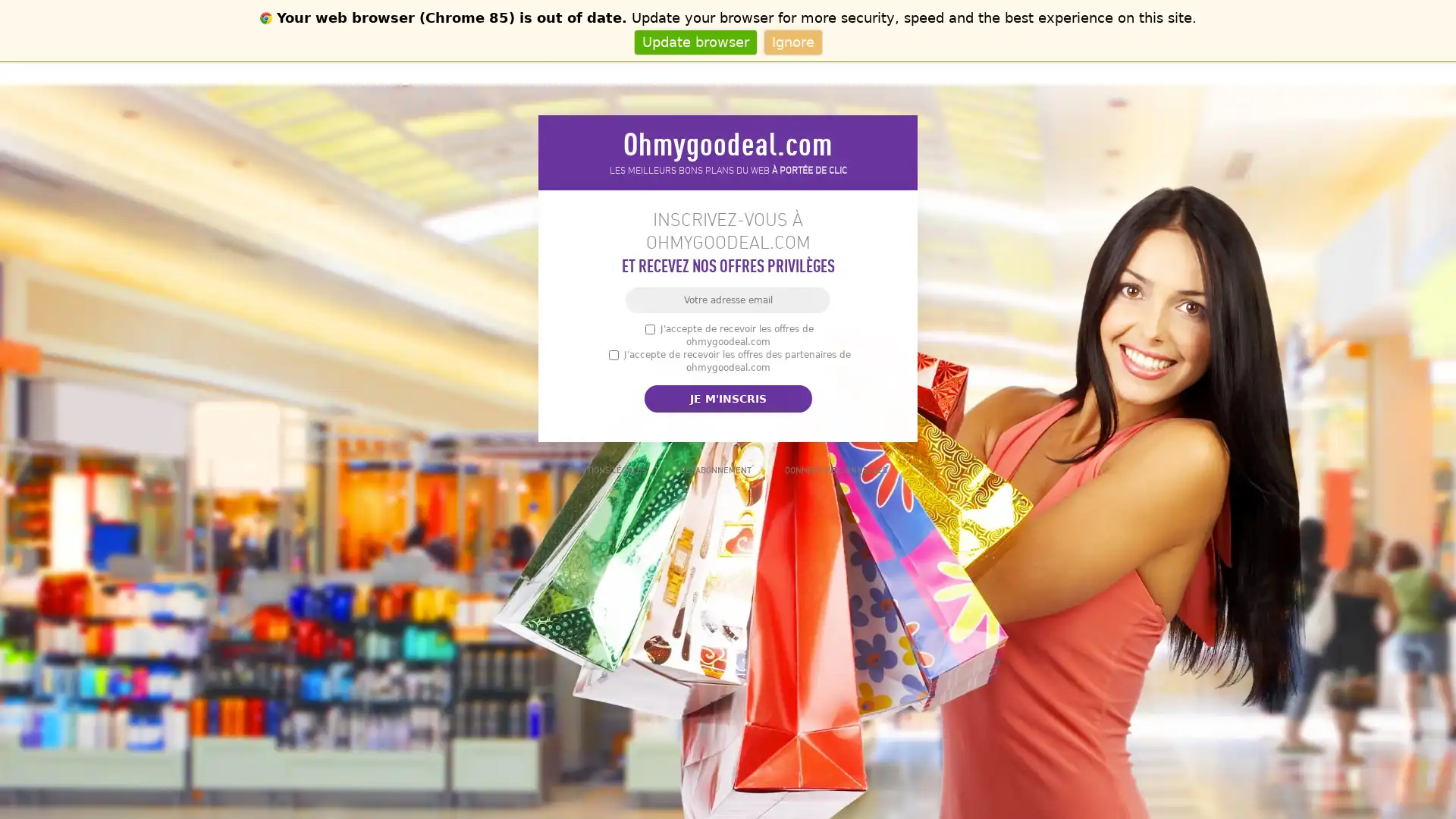  Describe the element at coordinates (726, 397) in the screenshot. I see `Je m'inscris` at that location.